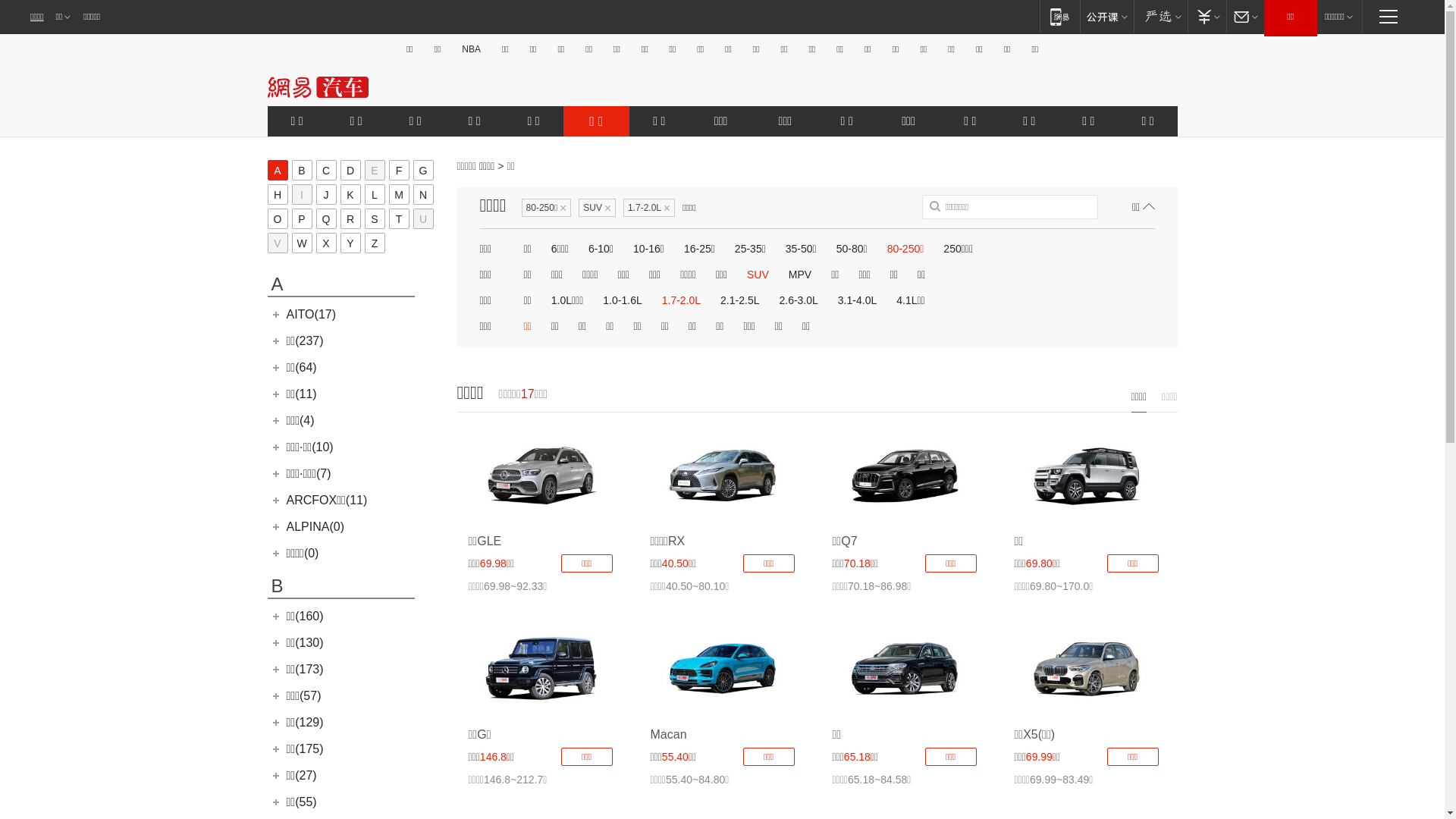 The image size is (1456, 819). What do you see at coordinates (374, 170) in the screenshot?
I see `'E'` at bounding box center [374, 170].